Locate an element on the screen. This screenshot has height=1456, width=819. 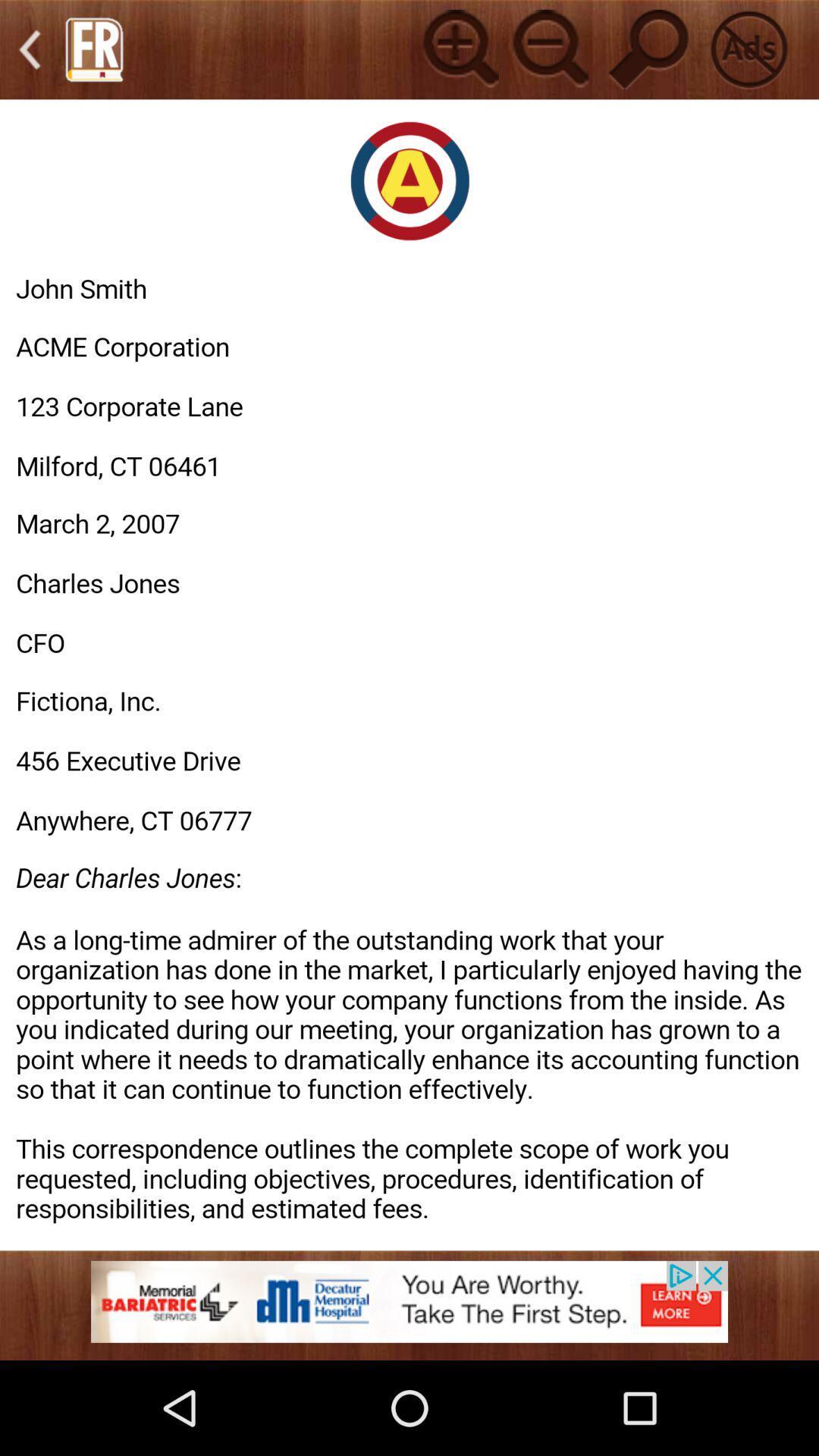
the add icon is located at coordinates (458, 52).